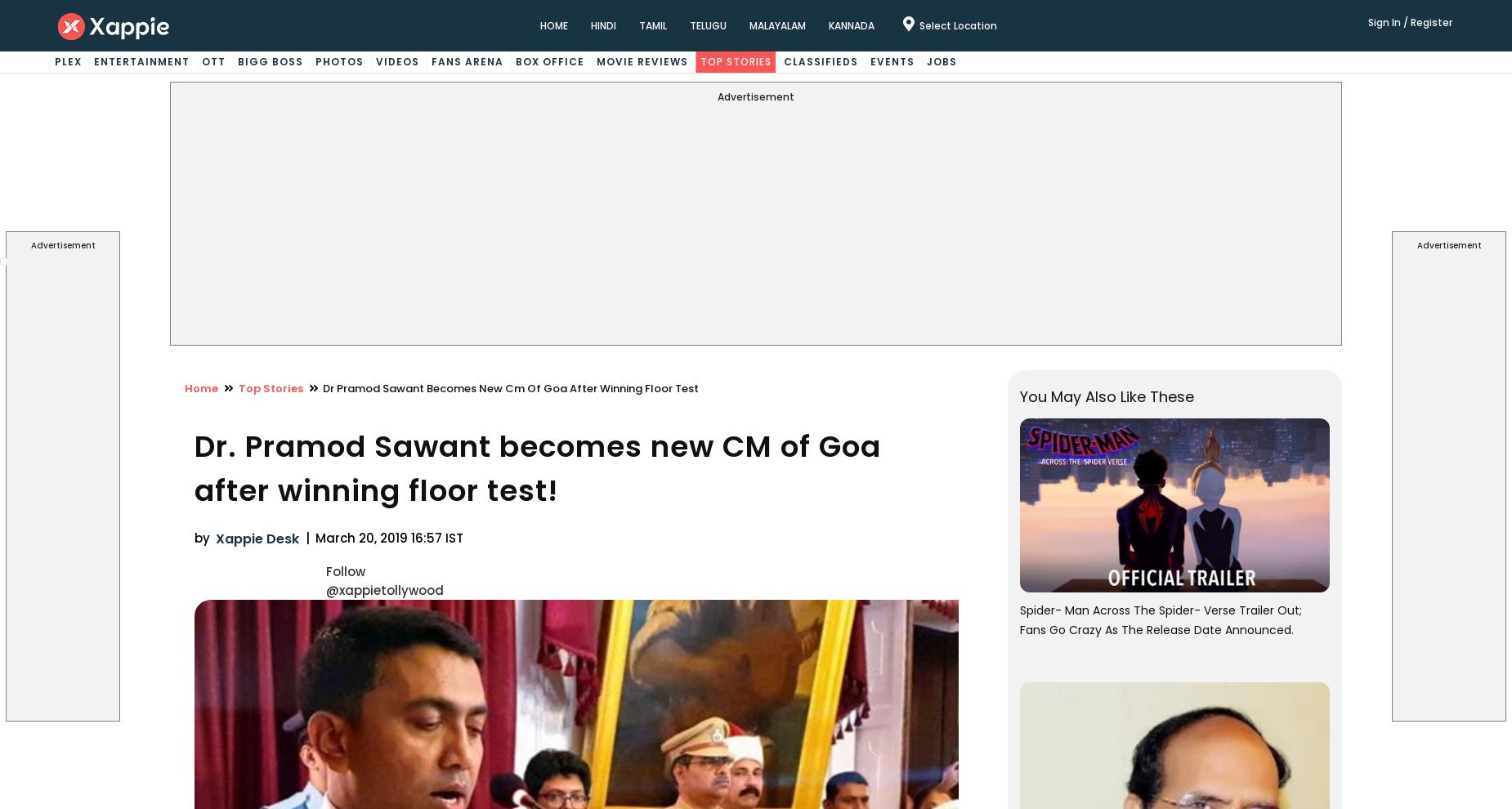 This screenshot has width=1512, height=809. Describe the element at coordinates (550, 61) in the screenshot. I see `'Box Office'` at that location.